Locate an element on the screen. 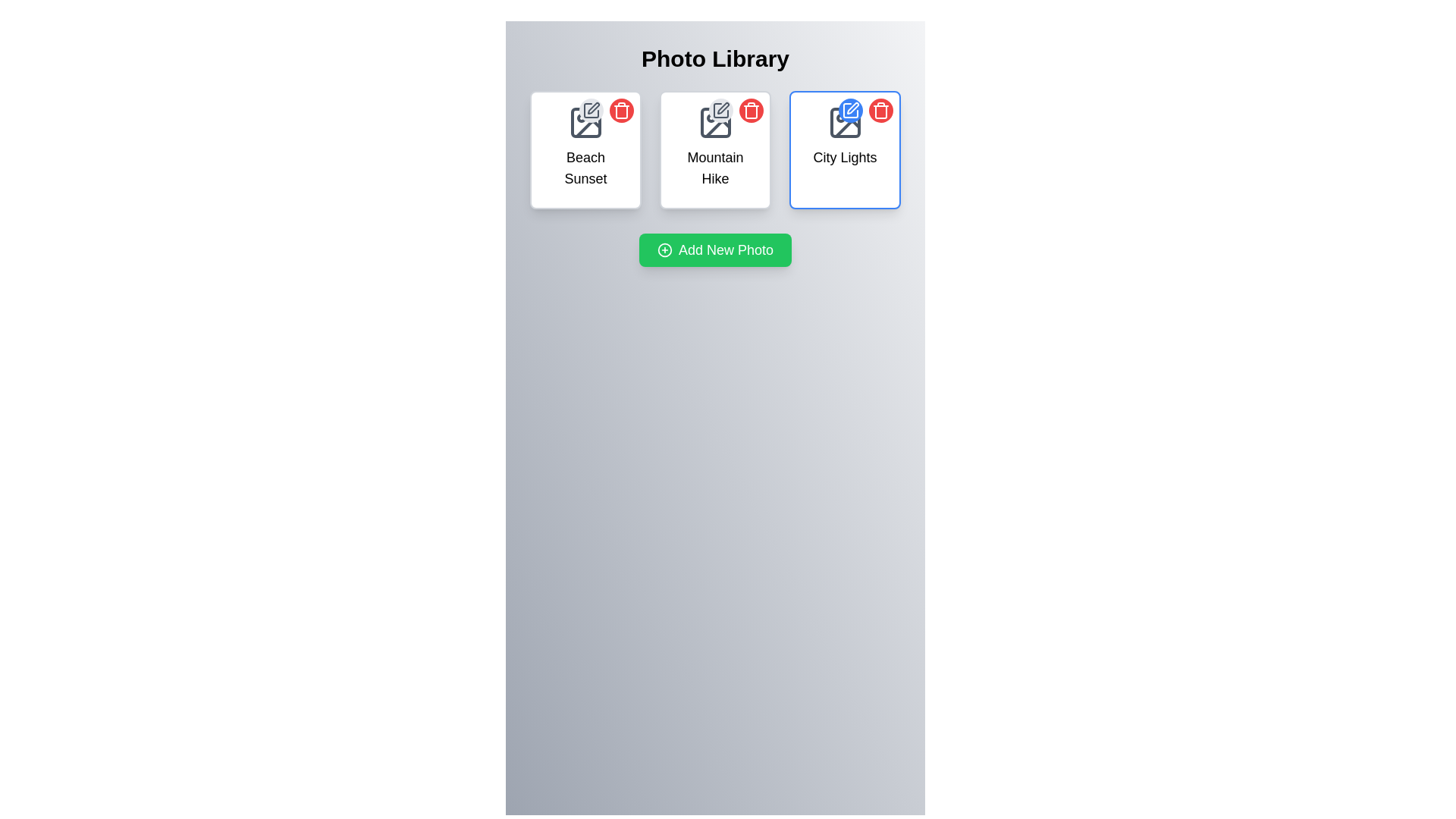 This screenshot has height=819, width=1456. the delete button located to the right of the gray pen icon button in the top-right corner of the 'Beach Sunset' card is located at coordinates (622, 110).